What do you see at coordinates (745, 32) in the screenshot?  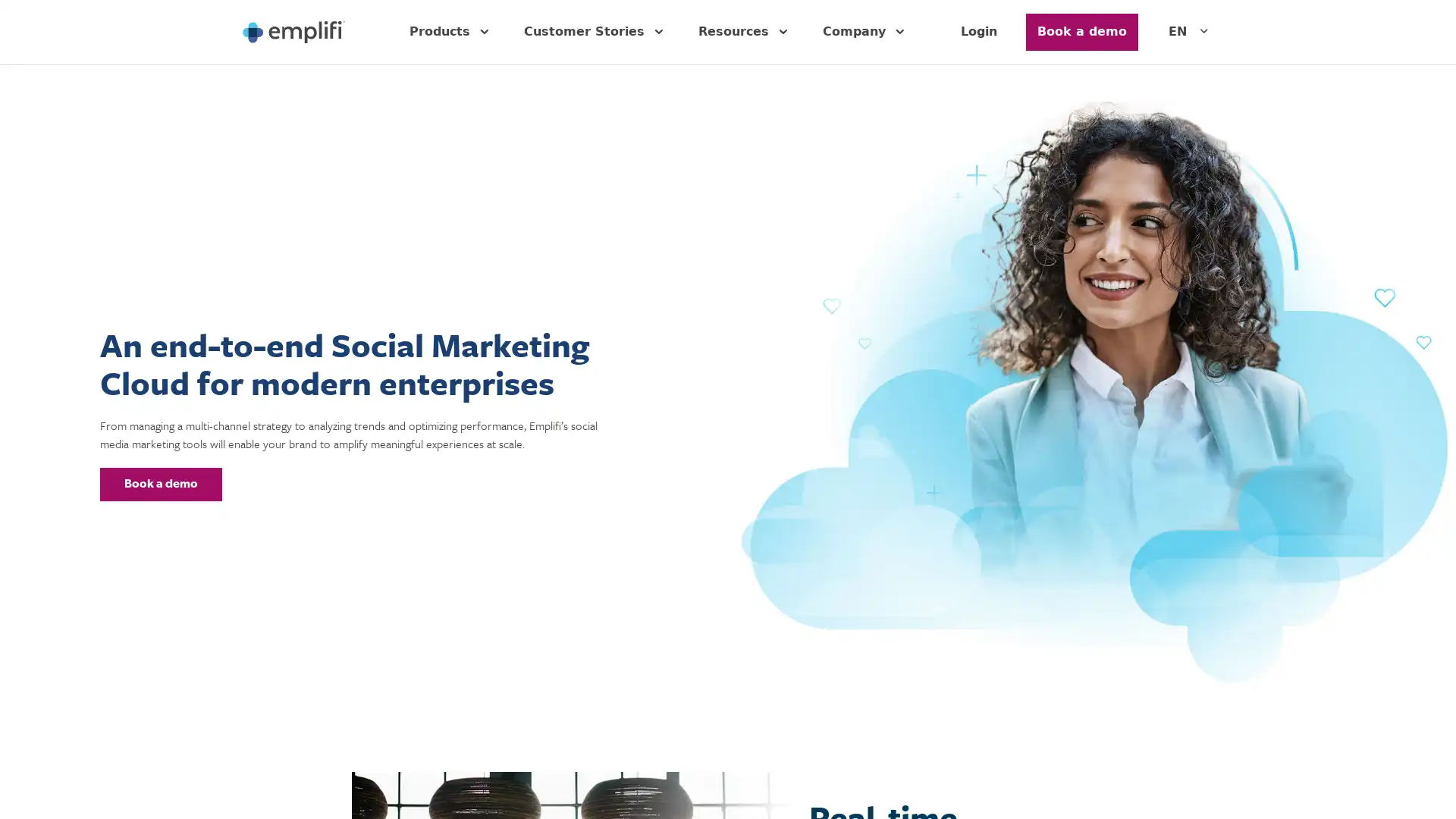 I see `Resources` at bounding box center [745, 32].